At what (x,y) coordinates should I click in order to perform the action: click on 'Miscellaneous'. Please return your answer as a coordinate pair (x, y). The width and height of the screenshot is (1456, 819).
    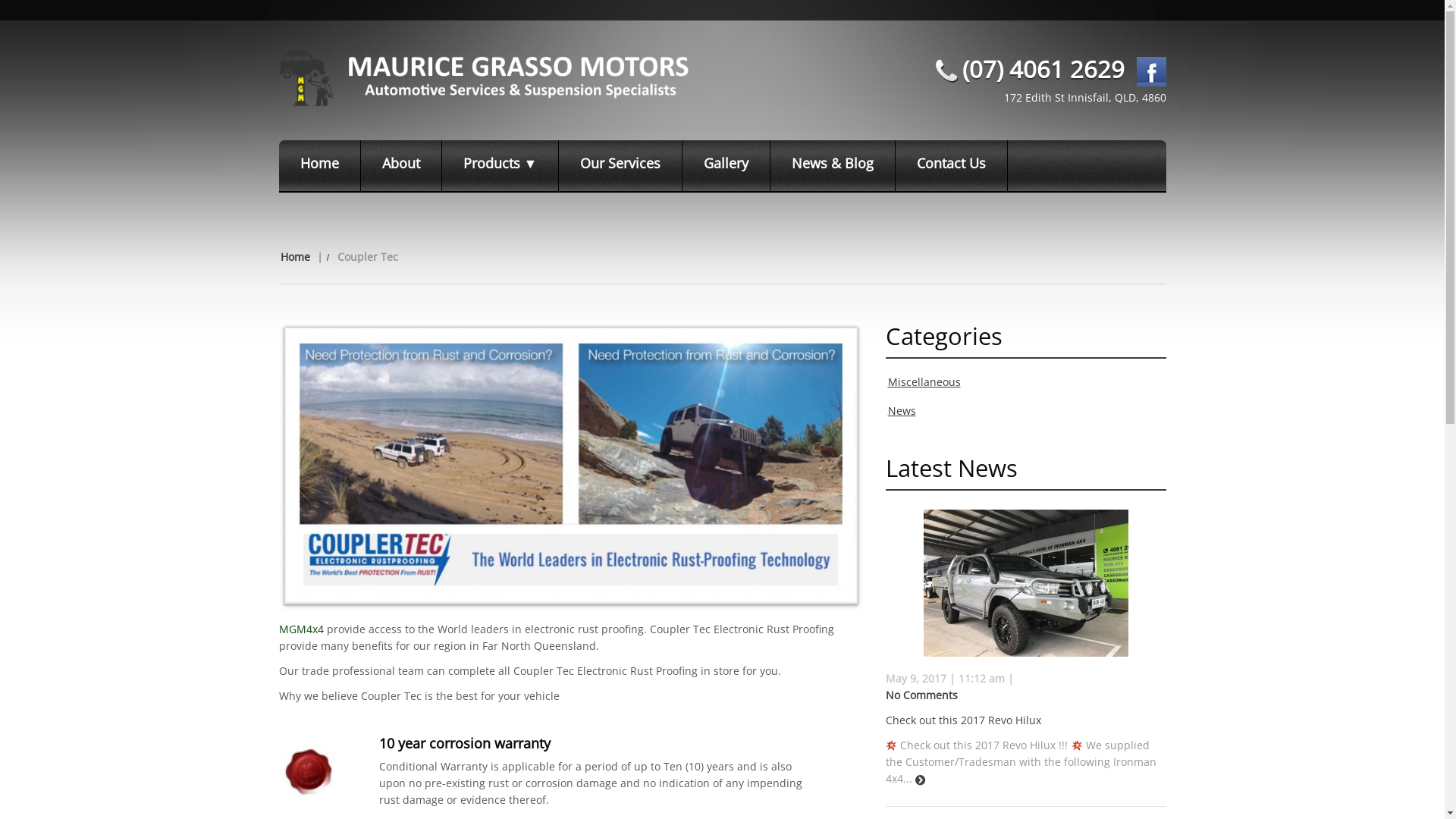
    Looking at the image, I should click on (887, 381).